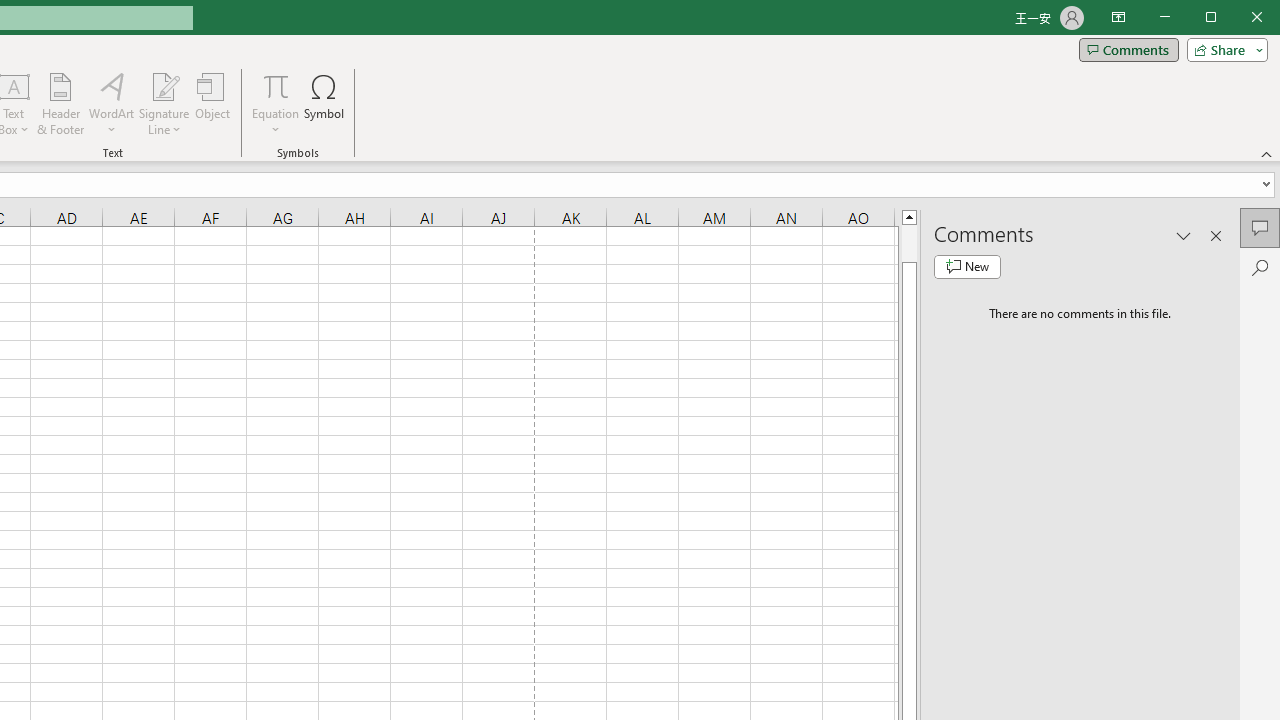 The height and width of the screenshot is (720, 1280). I want to click on 'Search', so click(1259, 266).